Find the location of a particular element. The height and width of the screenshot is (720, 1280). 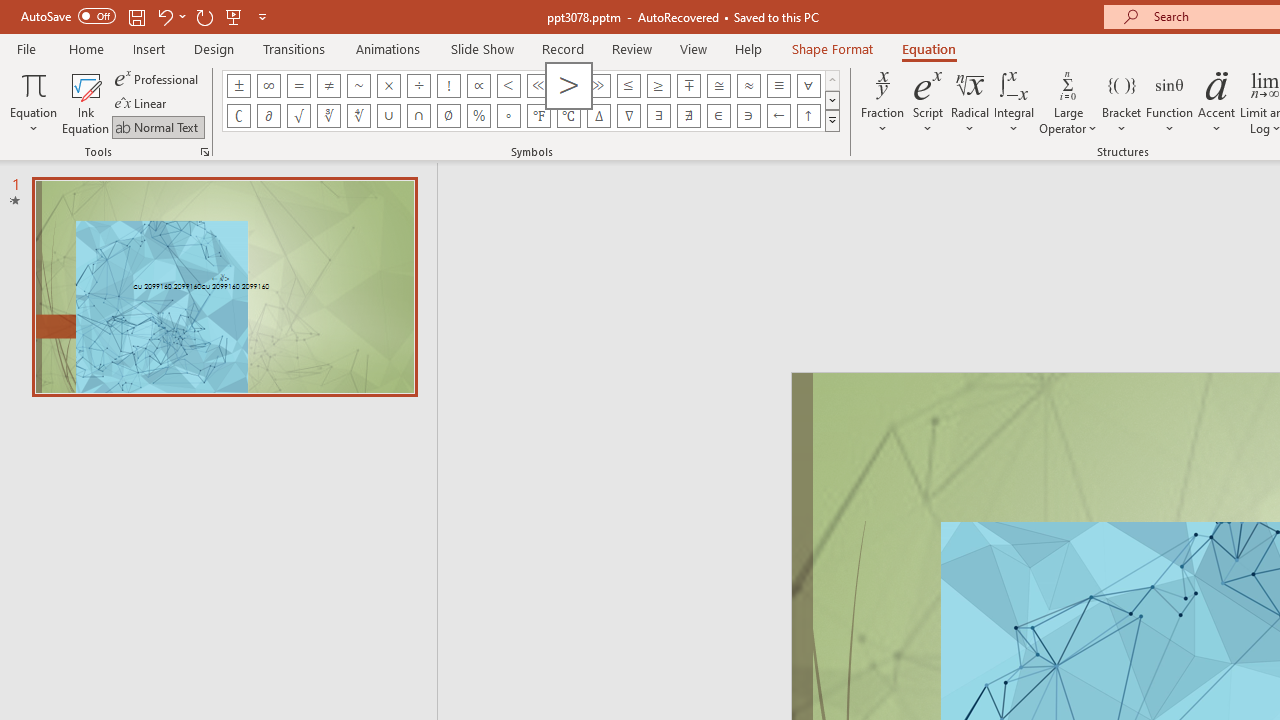

'Equation Symbol For All' is located at coordinates (808, 85).